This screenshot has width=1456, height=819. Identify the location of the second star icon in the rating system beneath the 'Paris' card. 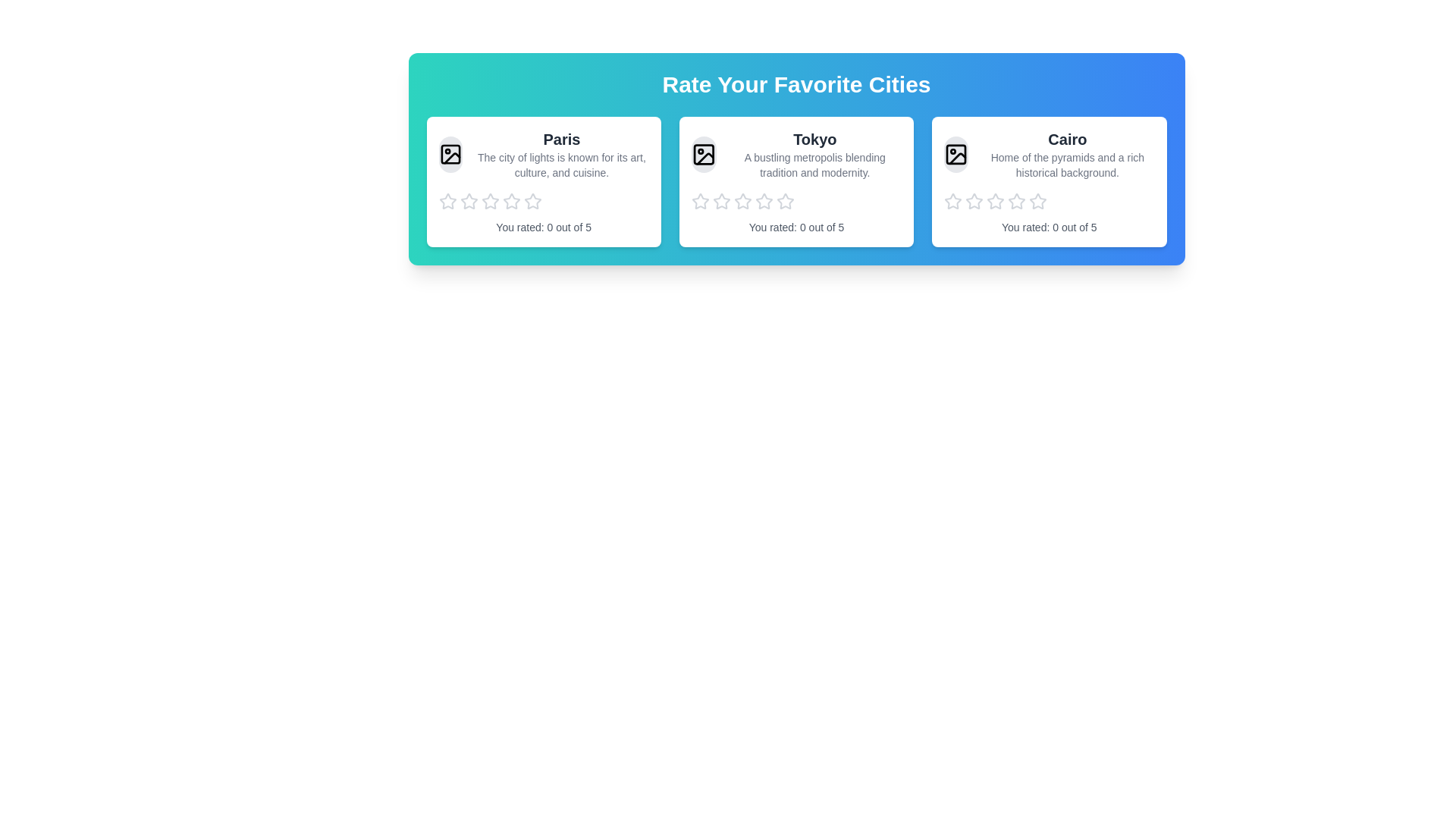
(511, 200).